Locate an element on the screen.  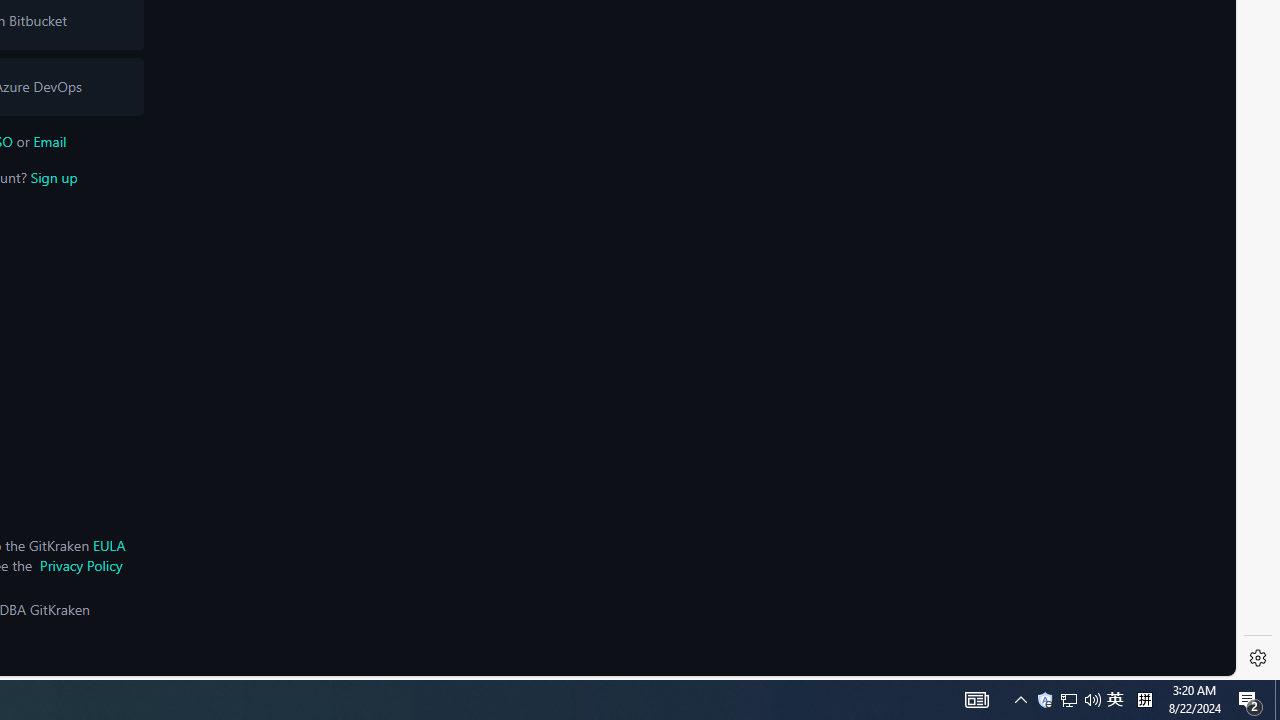
'Email' is located at coordinates (49, 140).